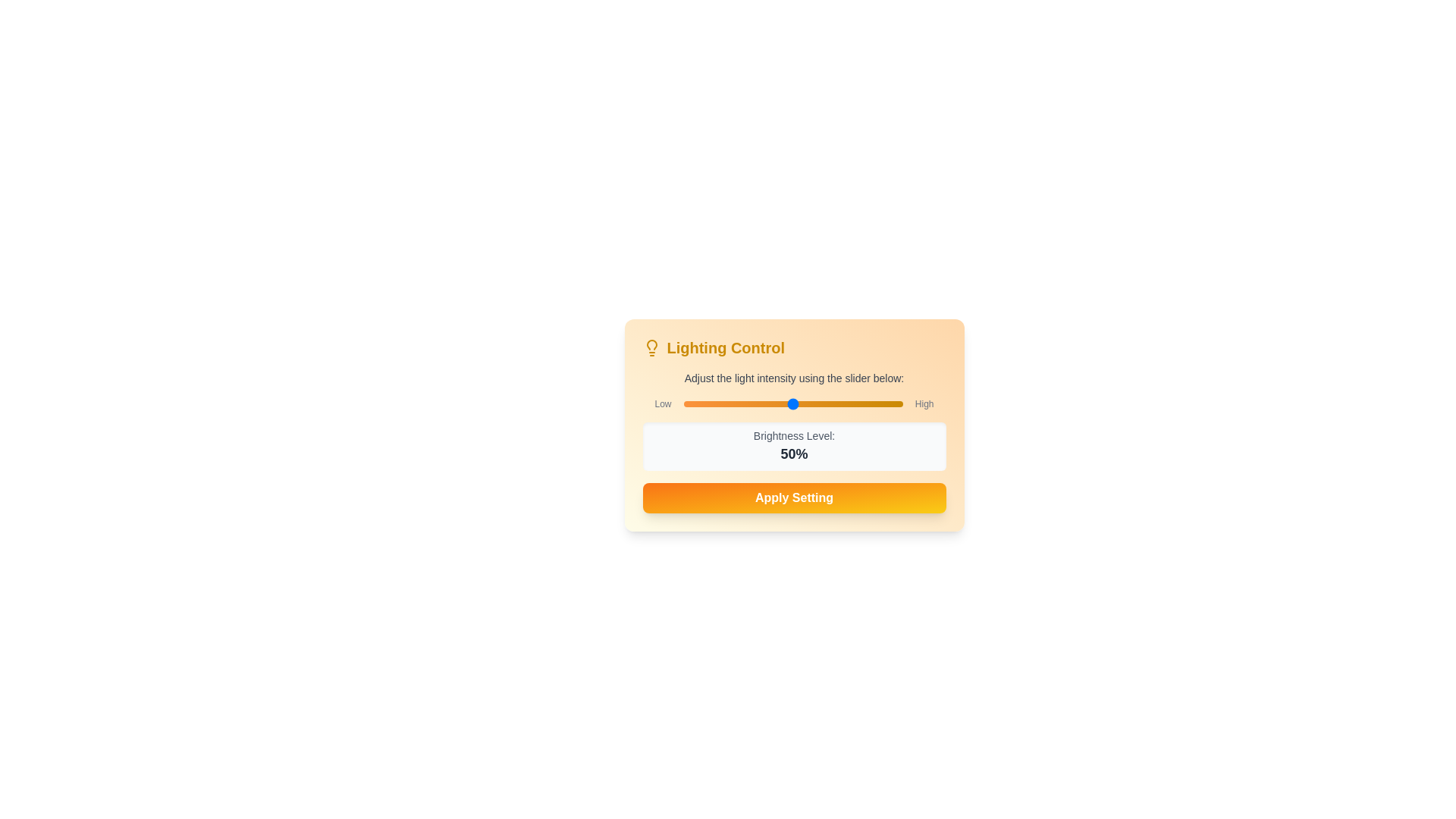 This screenshot has height=819, width=1456. Describe the element at coordinates (722, 403) in the screenshot. I see `brightness` at that location.